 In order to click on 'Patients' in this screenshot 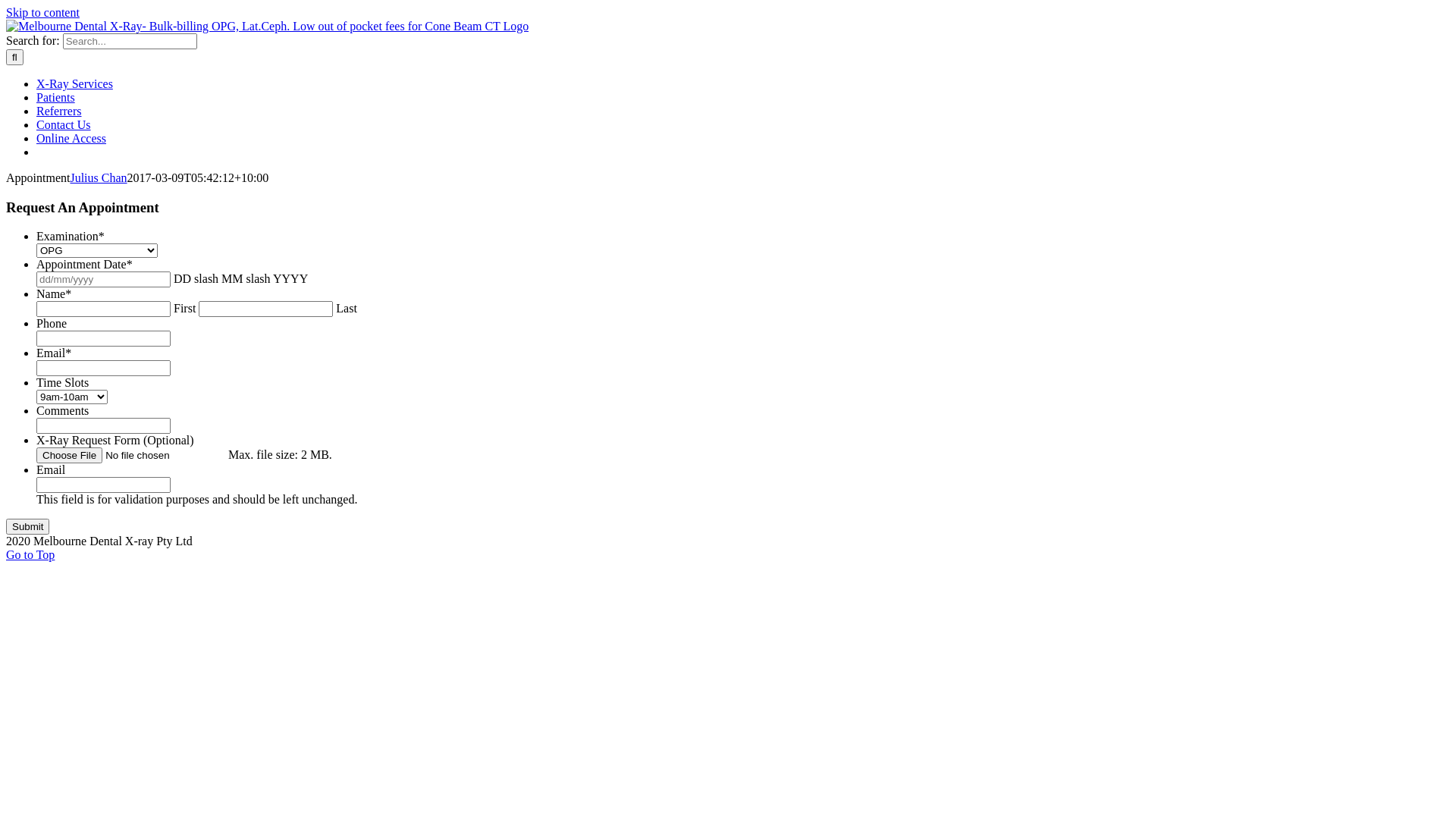, I will do `click(55, 97)`.